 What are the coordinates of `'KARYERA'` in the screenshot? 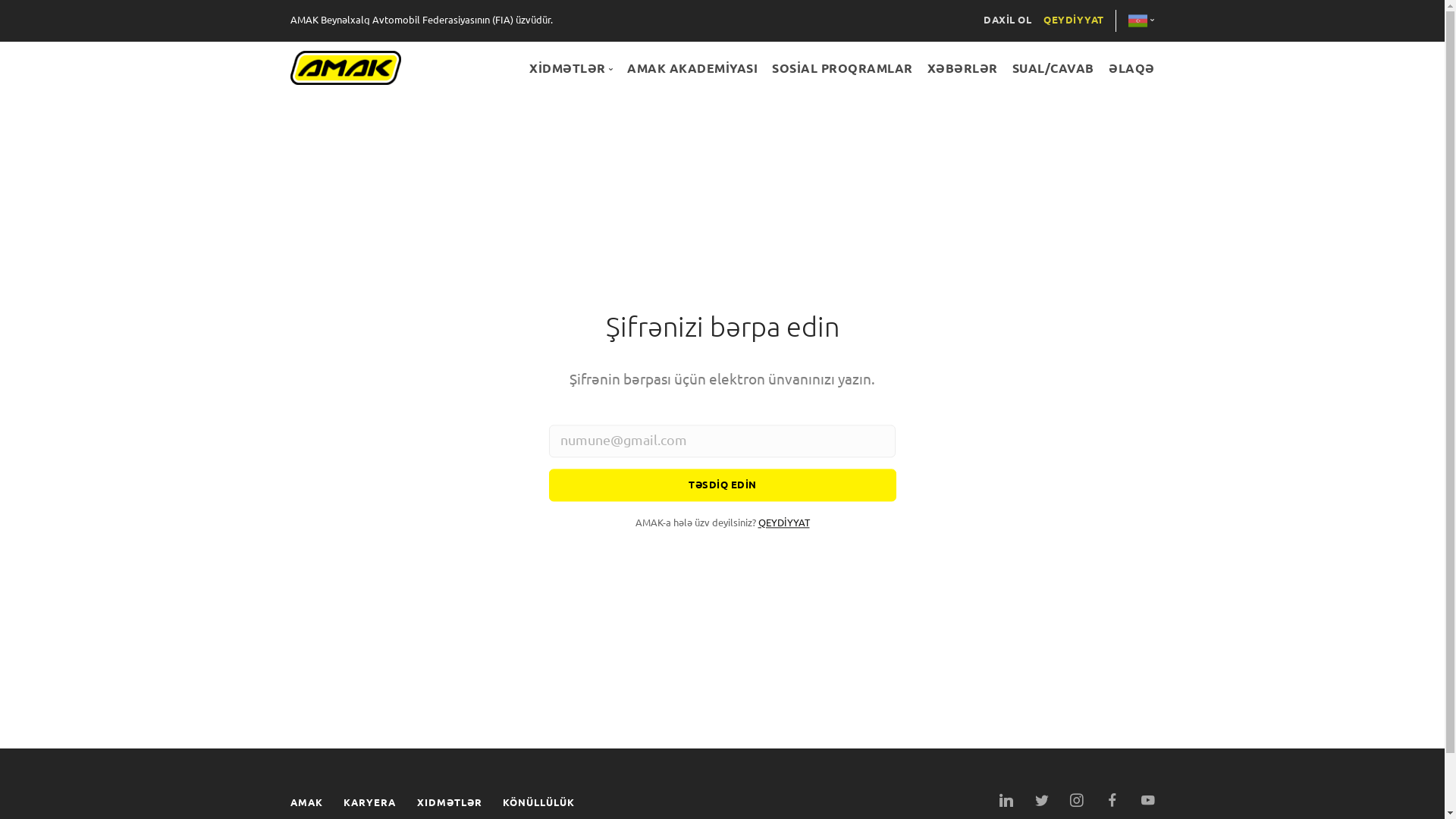 It's located at (369, 802).